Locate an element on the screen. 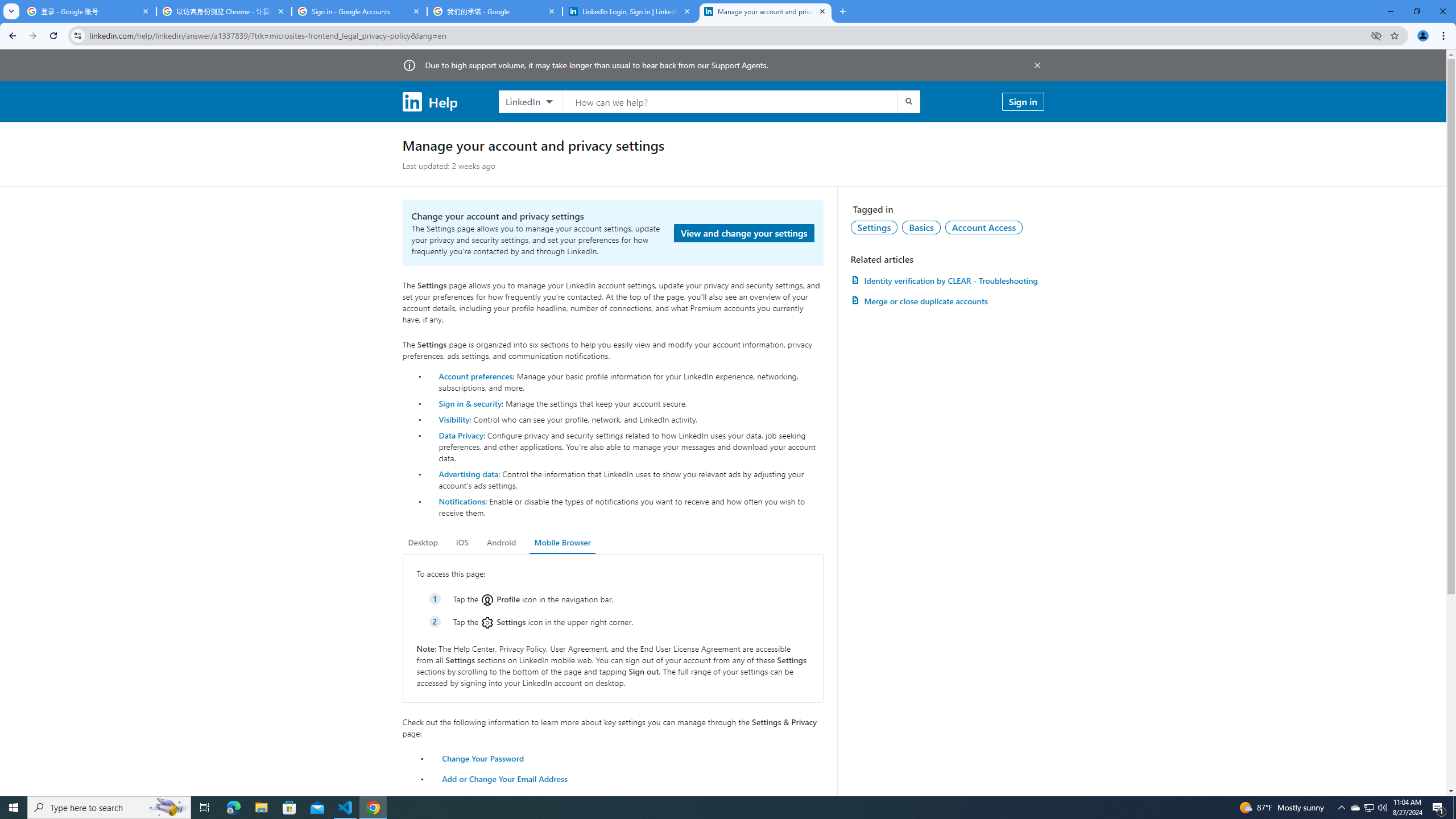  'Notifications' is located at coordinates (461, 500).